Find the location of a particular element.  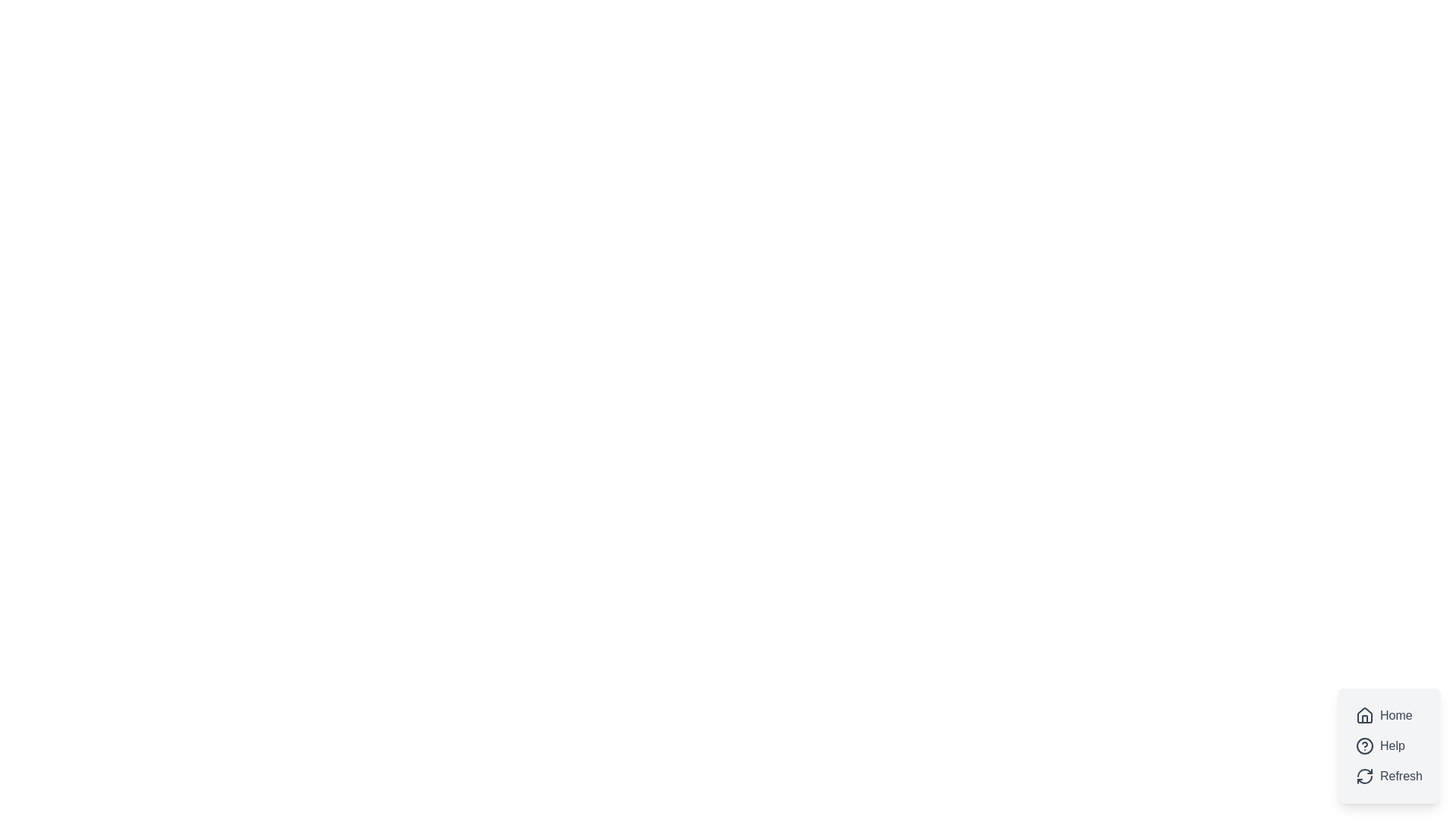

the upper-left arc of the circular arrow in the Refresh button, which is styled with a gray color and is located at the bottom-right corner of the interface is located at coordinates (1365, 773).